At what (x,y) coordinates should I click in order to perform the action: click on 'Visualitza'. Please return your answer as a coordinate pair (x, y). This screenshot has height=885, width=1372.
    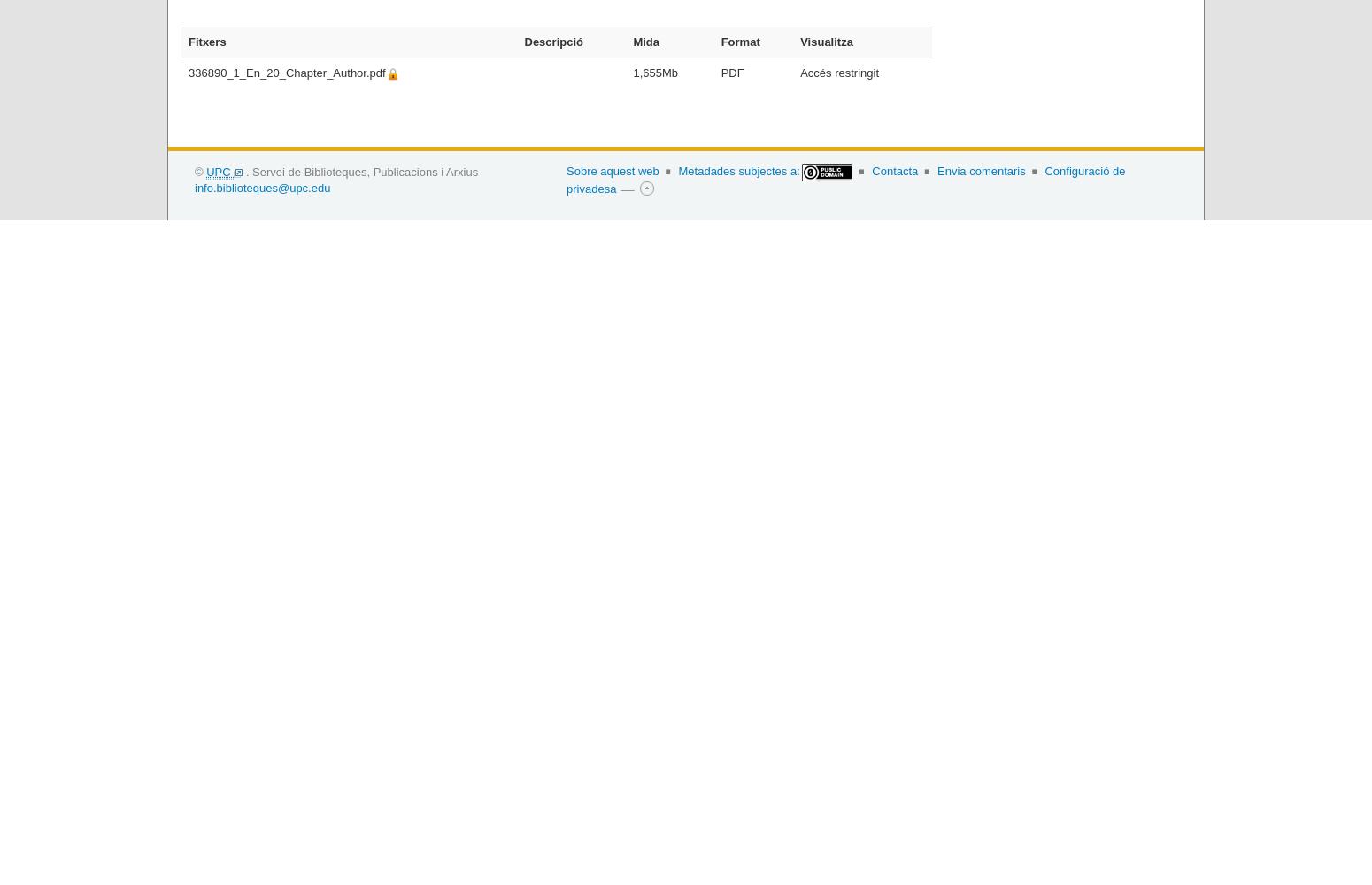
    Looking at the image, I should click on (825, 41).